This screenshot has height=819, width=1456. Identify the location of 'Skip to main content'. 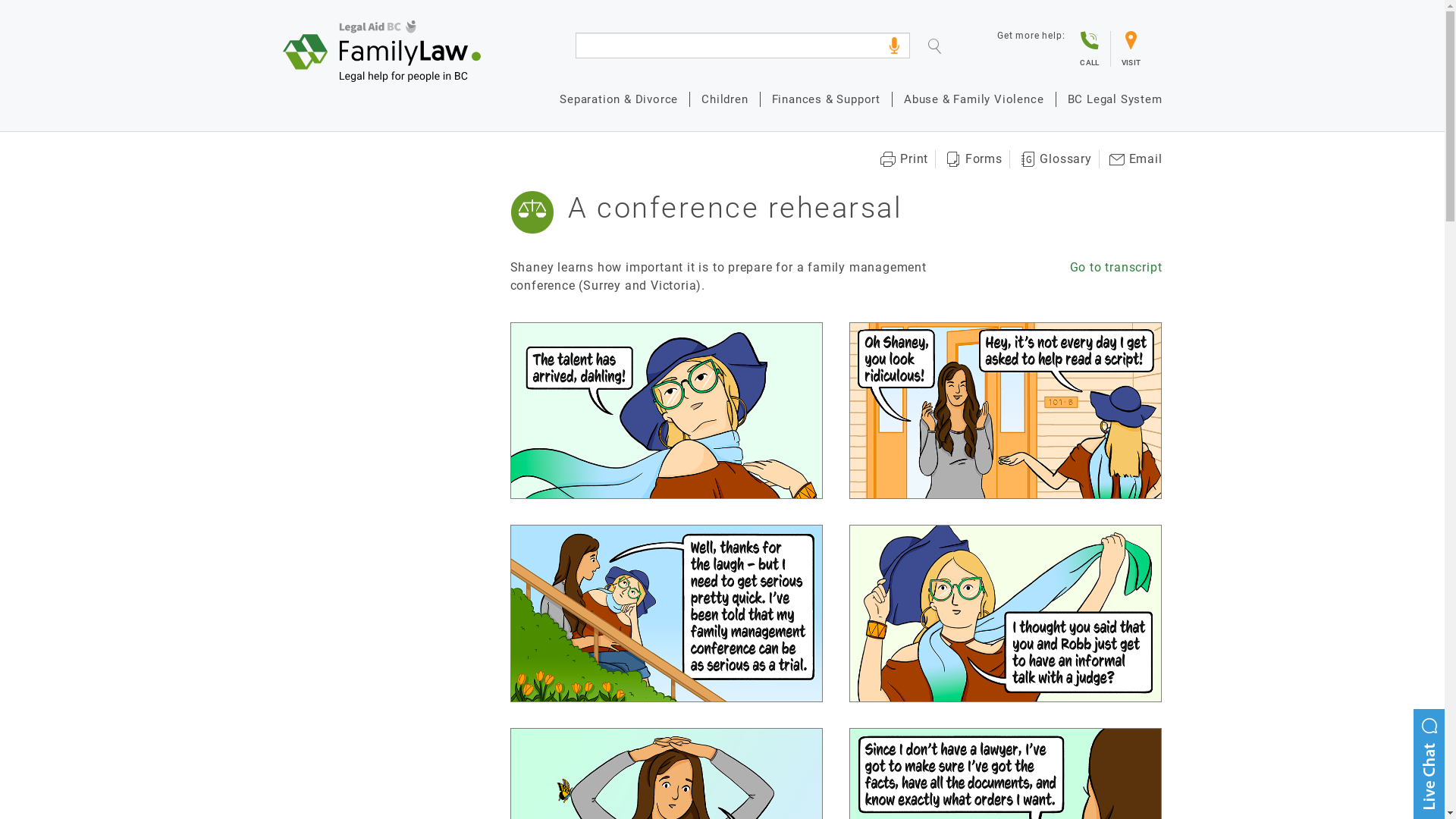
(0, 0).